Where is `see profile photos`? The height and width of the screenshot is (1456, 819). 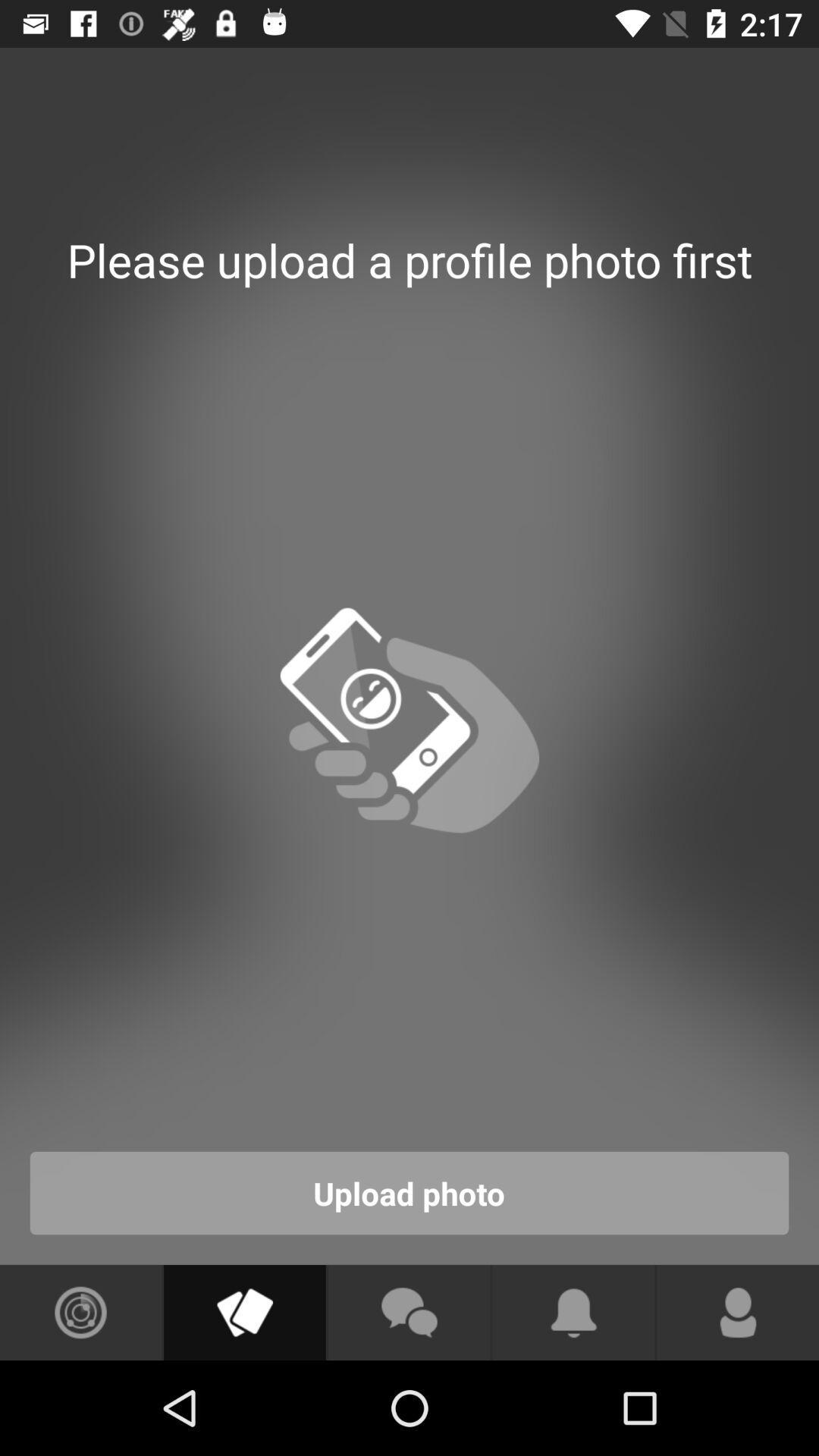
see profile photos is located at coordinates (243, 1312).